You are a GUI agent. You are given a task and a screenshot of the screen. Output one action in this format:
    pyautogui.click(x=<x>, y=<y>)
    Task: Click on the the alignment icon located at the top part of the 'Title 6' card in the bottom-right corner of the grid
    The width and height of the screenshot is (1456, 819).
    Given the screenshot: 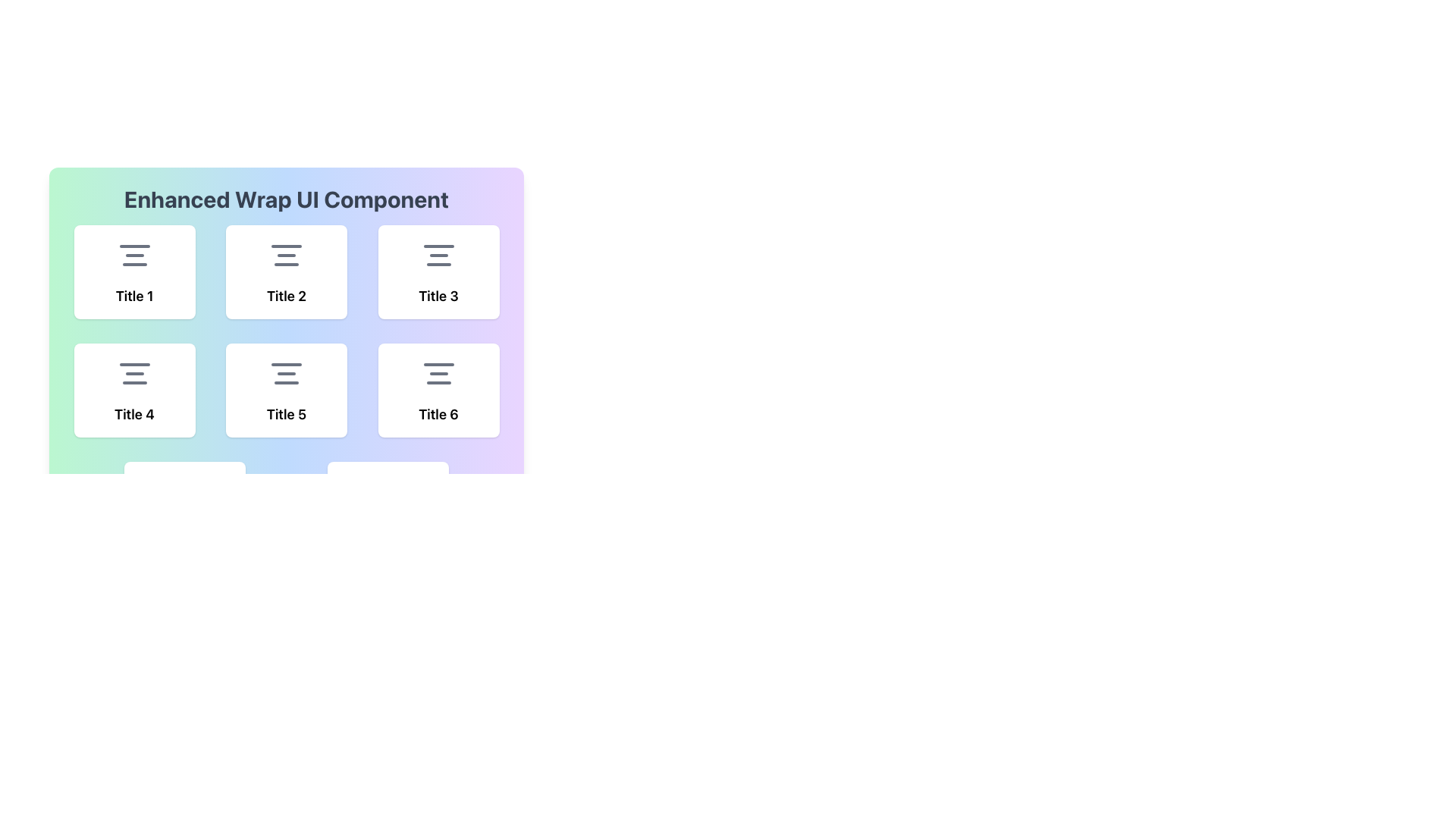 What is the action you would take?
    pyautogui.click(x=438, y=374)
    